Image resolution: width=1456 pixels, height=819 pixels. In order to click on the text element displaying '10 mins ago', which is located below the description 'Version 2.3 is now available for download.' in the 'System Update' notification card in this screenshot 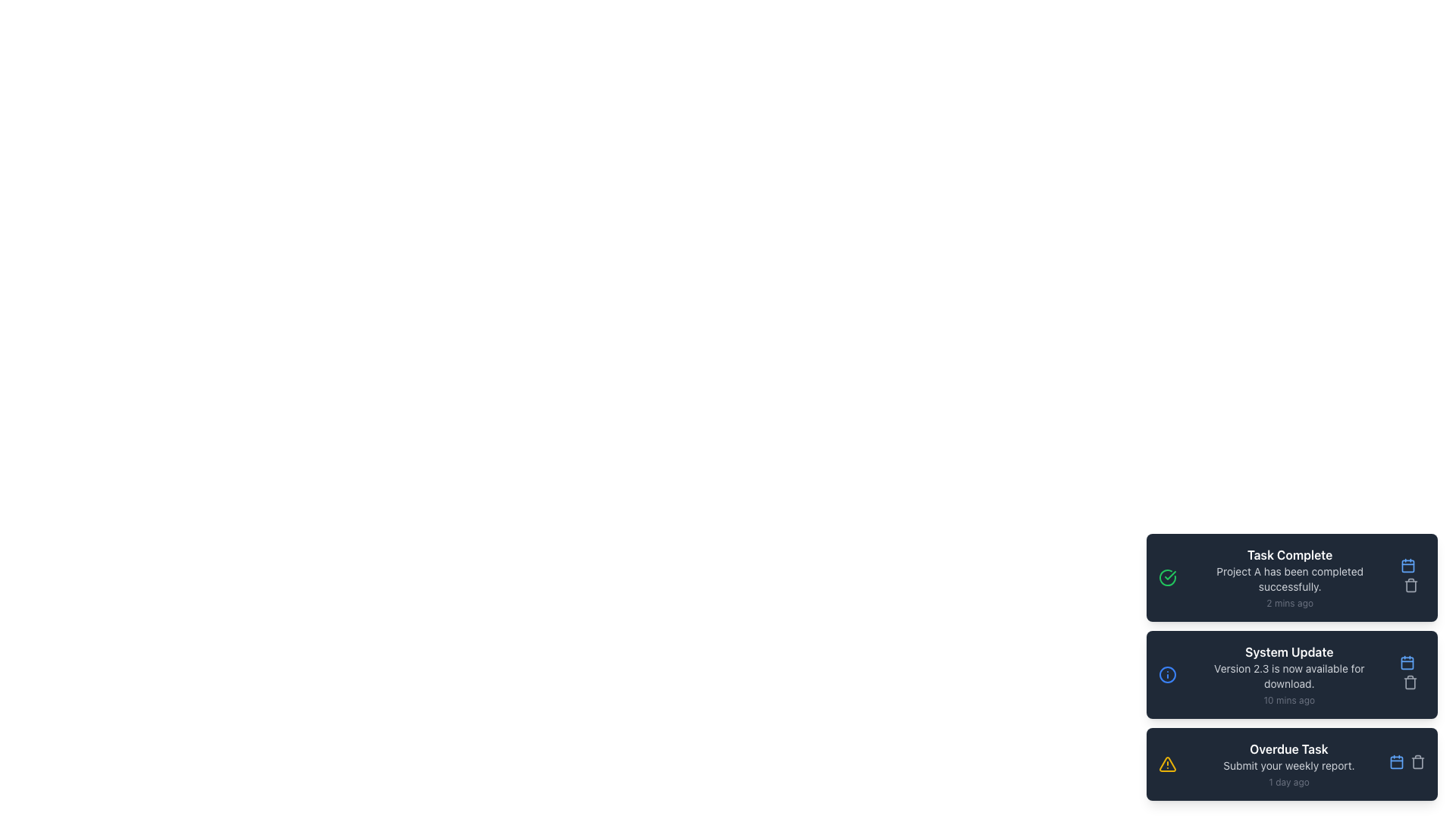, I will do `click(1288, 701)`.